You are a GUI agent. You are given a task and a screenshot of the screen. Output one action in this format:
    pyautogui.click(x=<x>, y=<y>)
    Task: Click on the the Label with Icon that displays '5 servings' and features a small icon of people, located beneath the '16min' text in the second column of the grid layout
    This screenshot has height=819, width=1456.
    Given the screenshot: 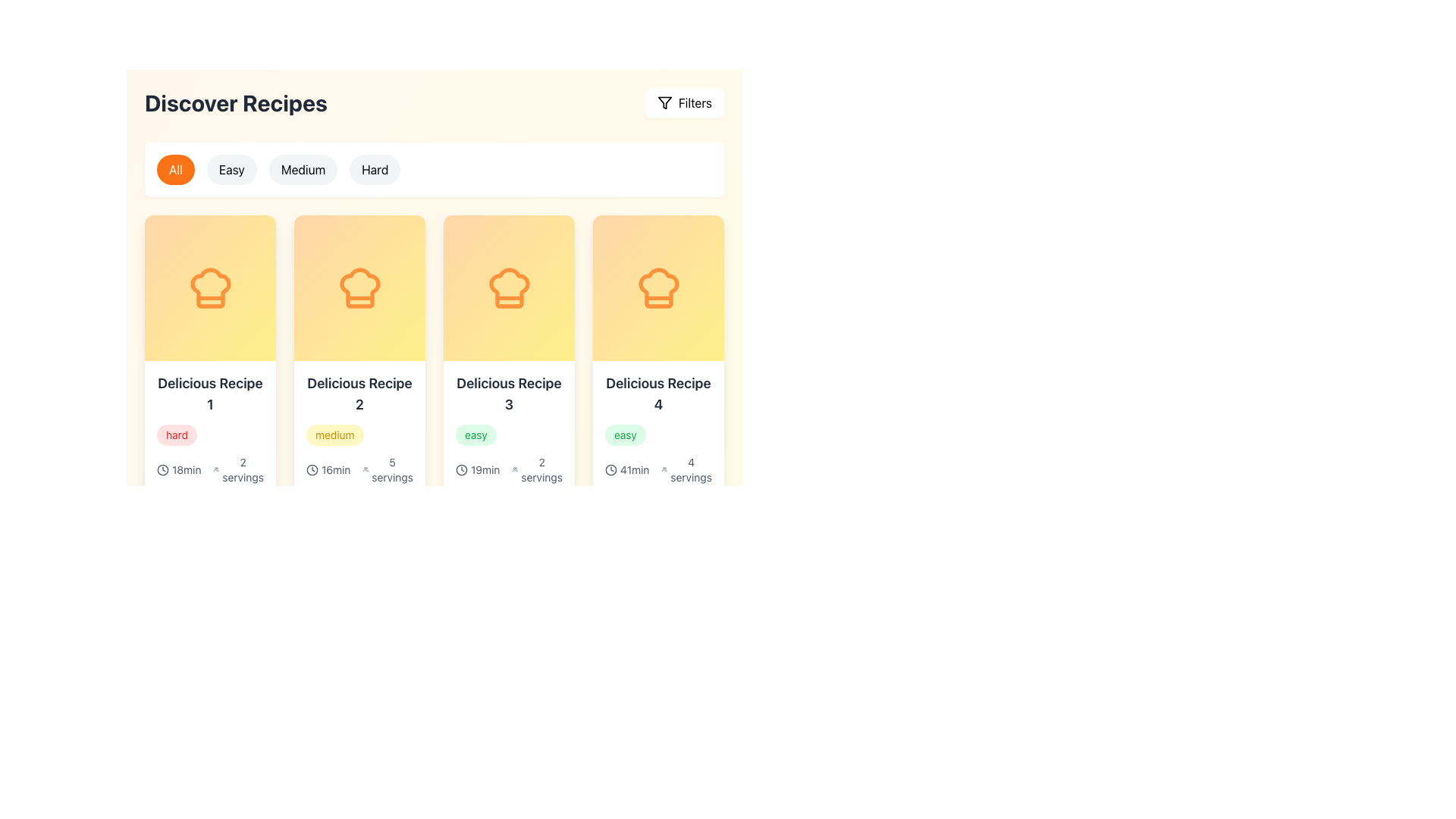 What is the action you would take?
    pyautogui.click(x=388, y=469)
    